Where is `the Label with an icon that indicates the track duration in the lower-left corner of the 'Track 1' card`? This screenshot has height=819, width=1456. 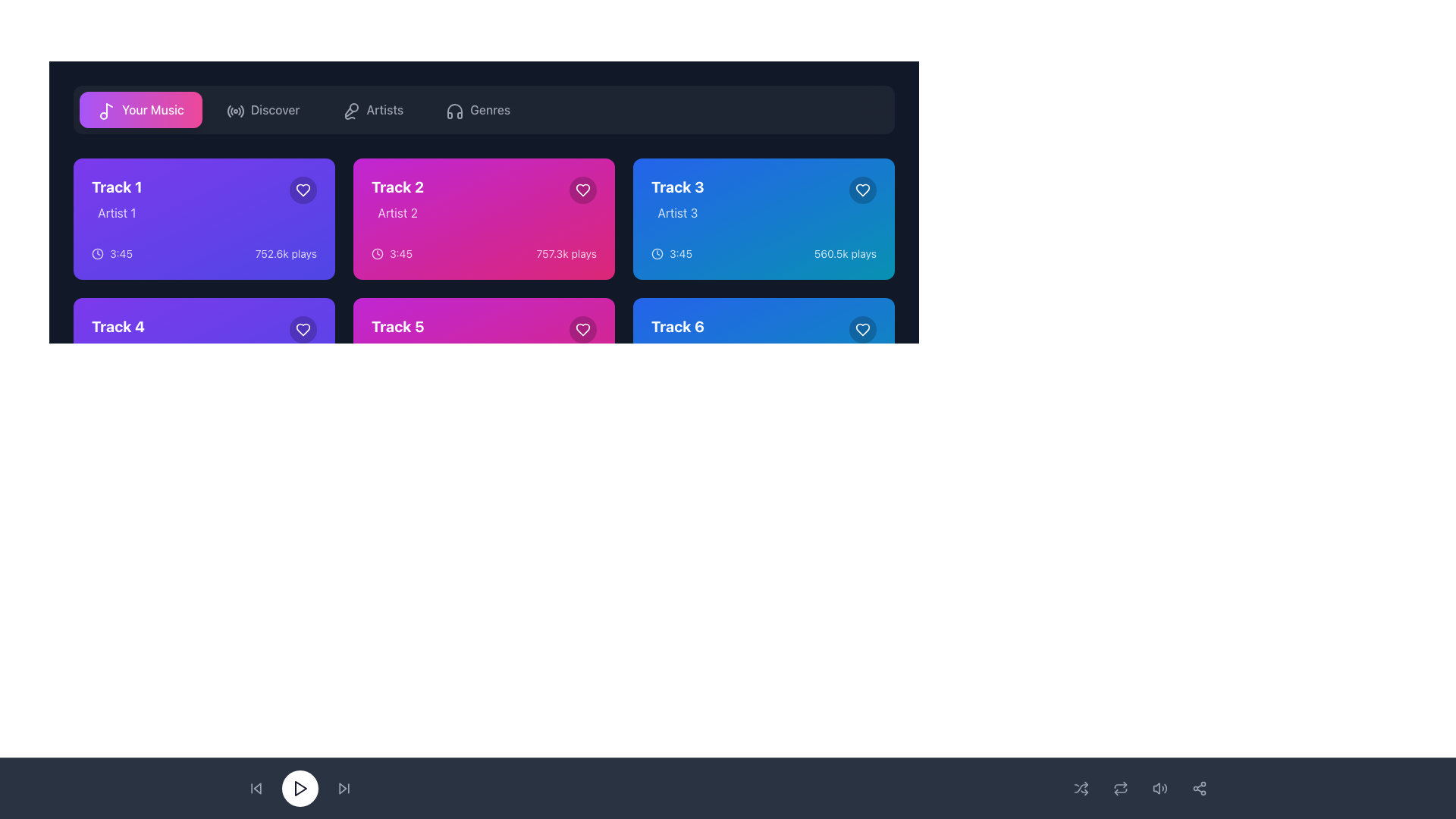 the Label with an icon that indicates the track duration in the lower-left corner of the 'Track 1' card is located at coordinates (111, 253).